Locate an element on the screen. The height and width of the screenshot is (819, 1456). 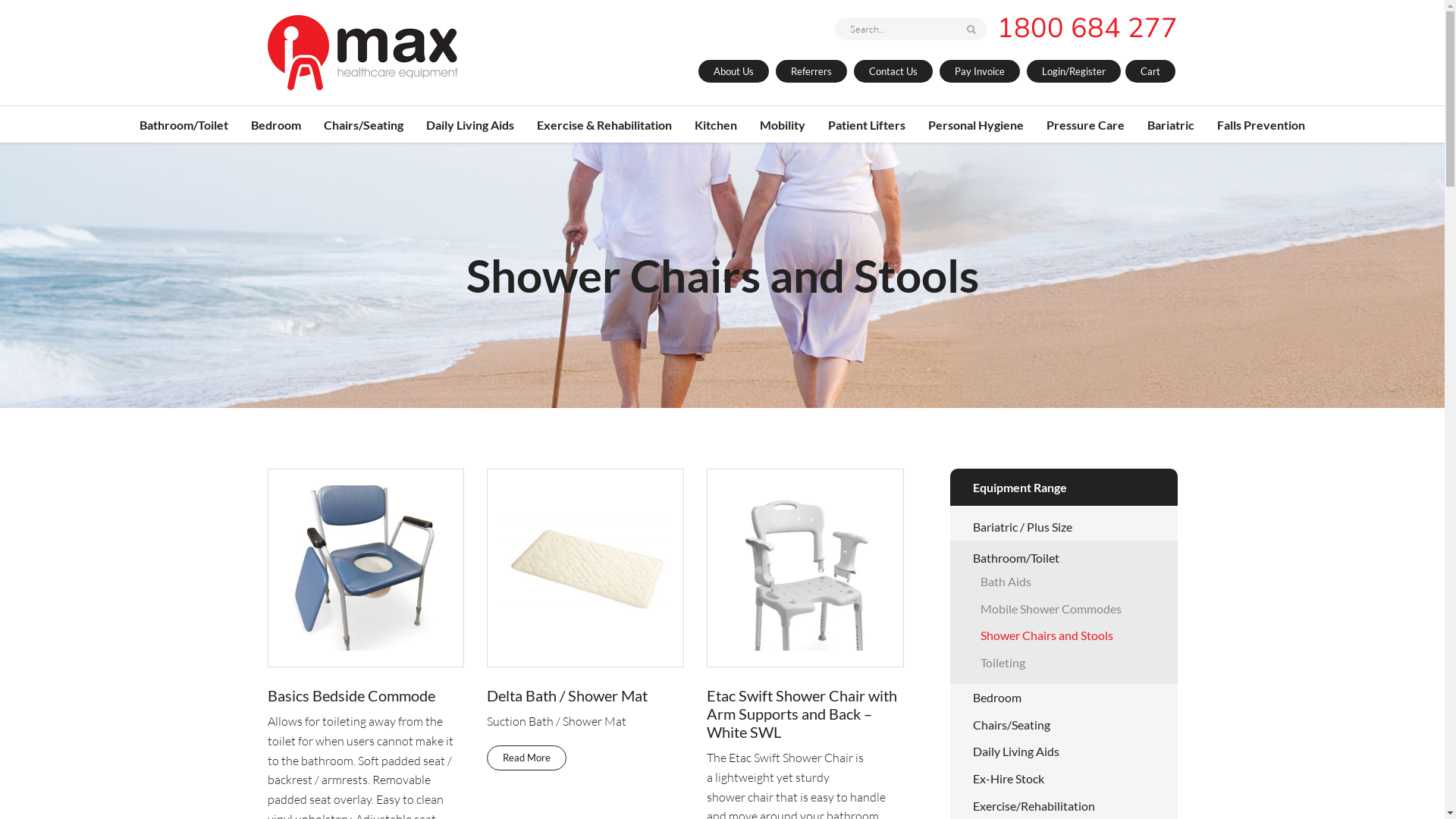
'Bedroom' is located at coordinates (996, 697).